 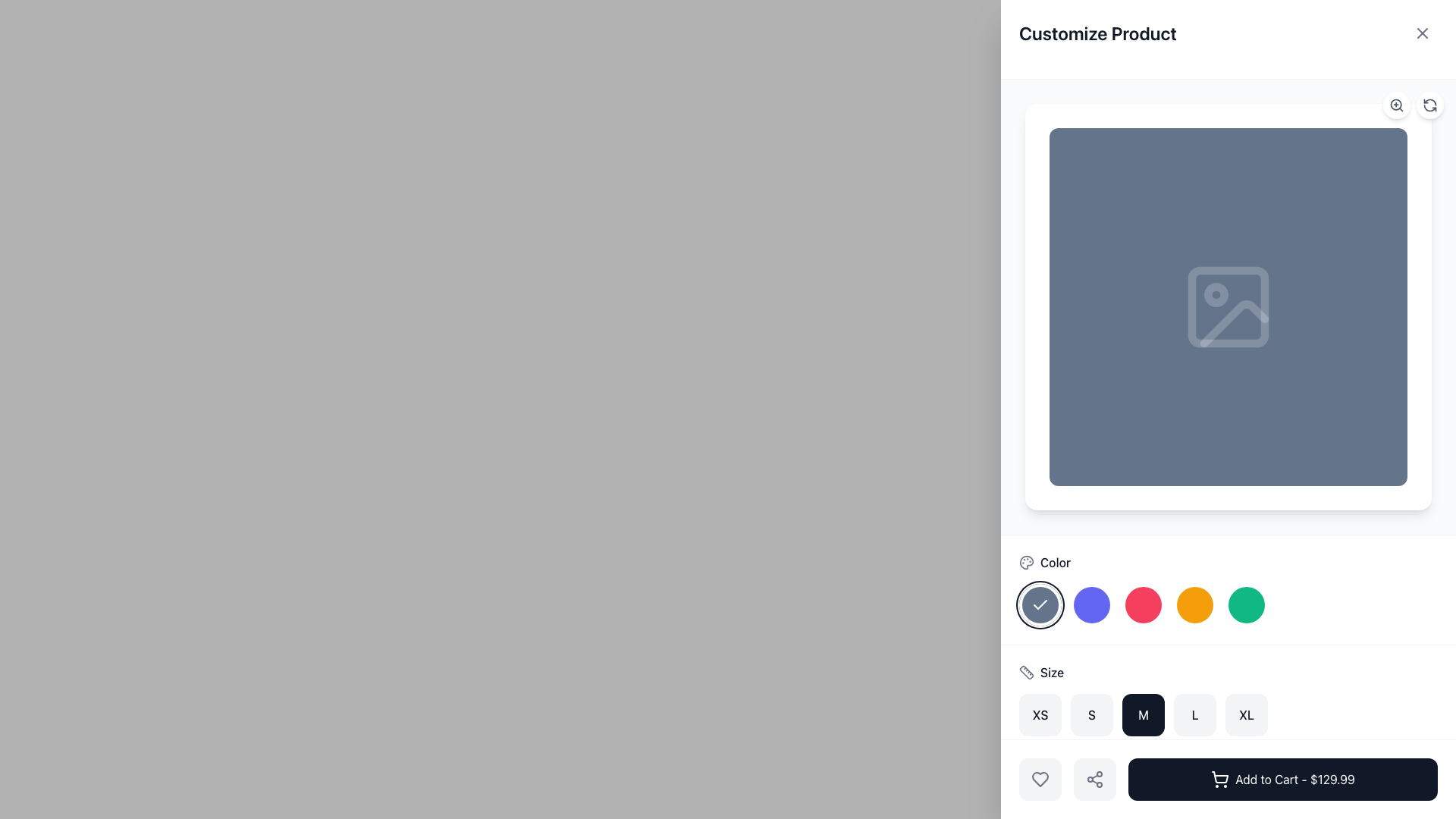 What do you see at coordinates (1422, 33) in the screenshot?
I see `the close button located in the top-right corner of the 'Customize Product' section` at bounding box center [1422, 33].